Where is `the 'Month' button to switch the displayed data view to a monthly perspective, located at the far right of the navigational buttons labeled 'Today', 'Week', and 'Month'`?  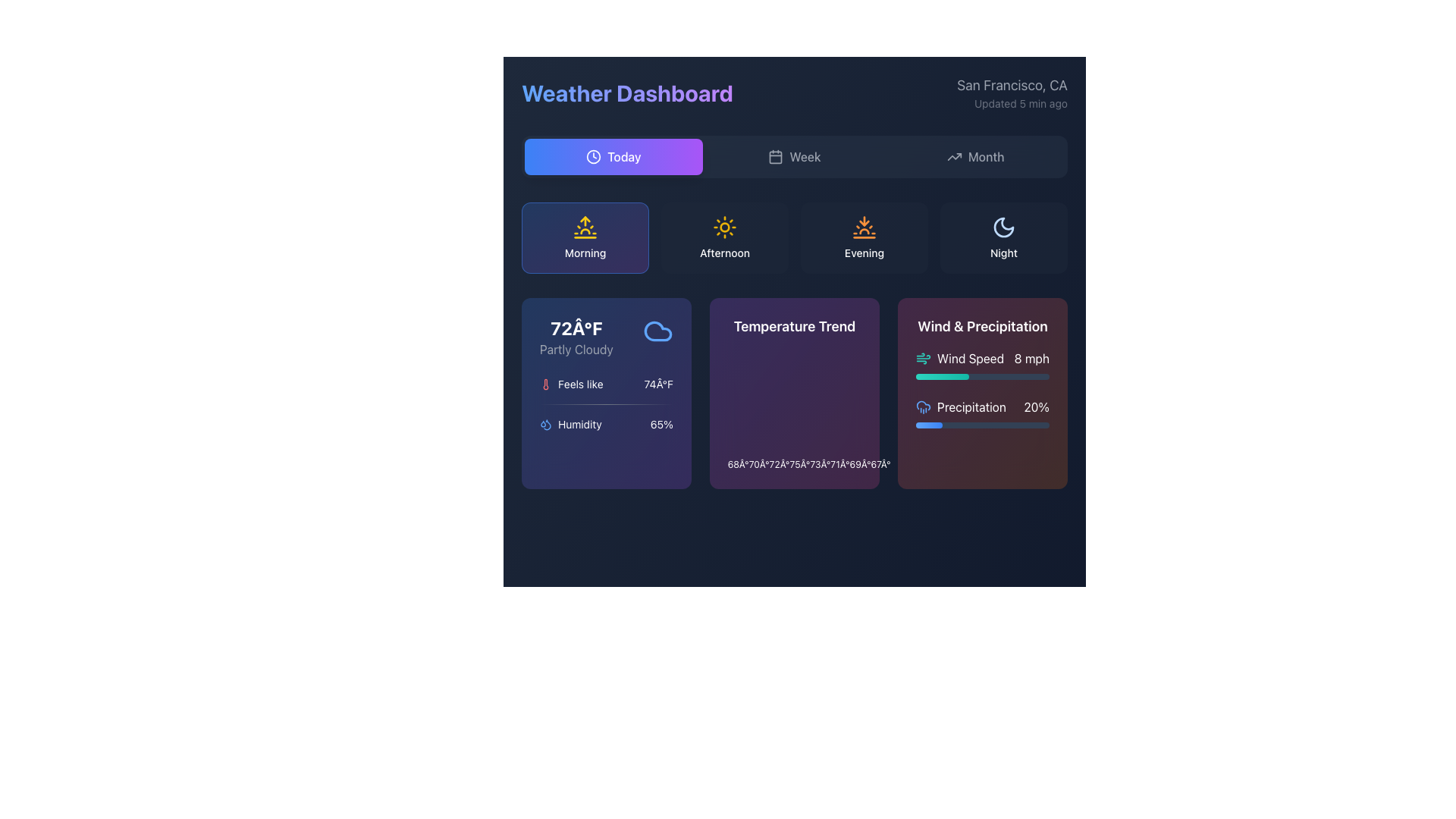 the 'Month' button to switch the displayed data view to a monthly perspective, located at the far right of the navigational buttons labeled 'Today', 'Week', and 'Month' is located at coordinates (975, 157).